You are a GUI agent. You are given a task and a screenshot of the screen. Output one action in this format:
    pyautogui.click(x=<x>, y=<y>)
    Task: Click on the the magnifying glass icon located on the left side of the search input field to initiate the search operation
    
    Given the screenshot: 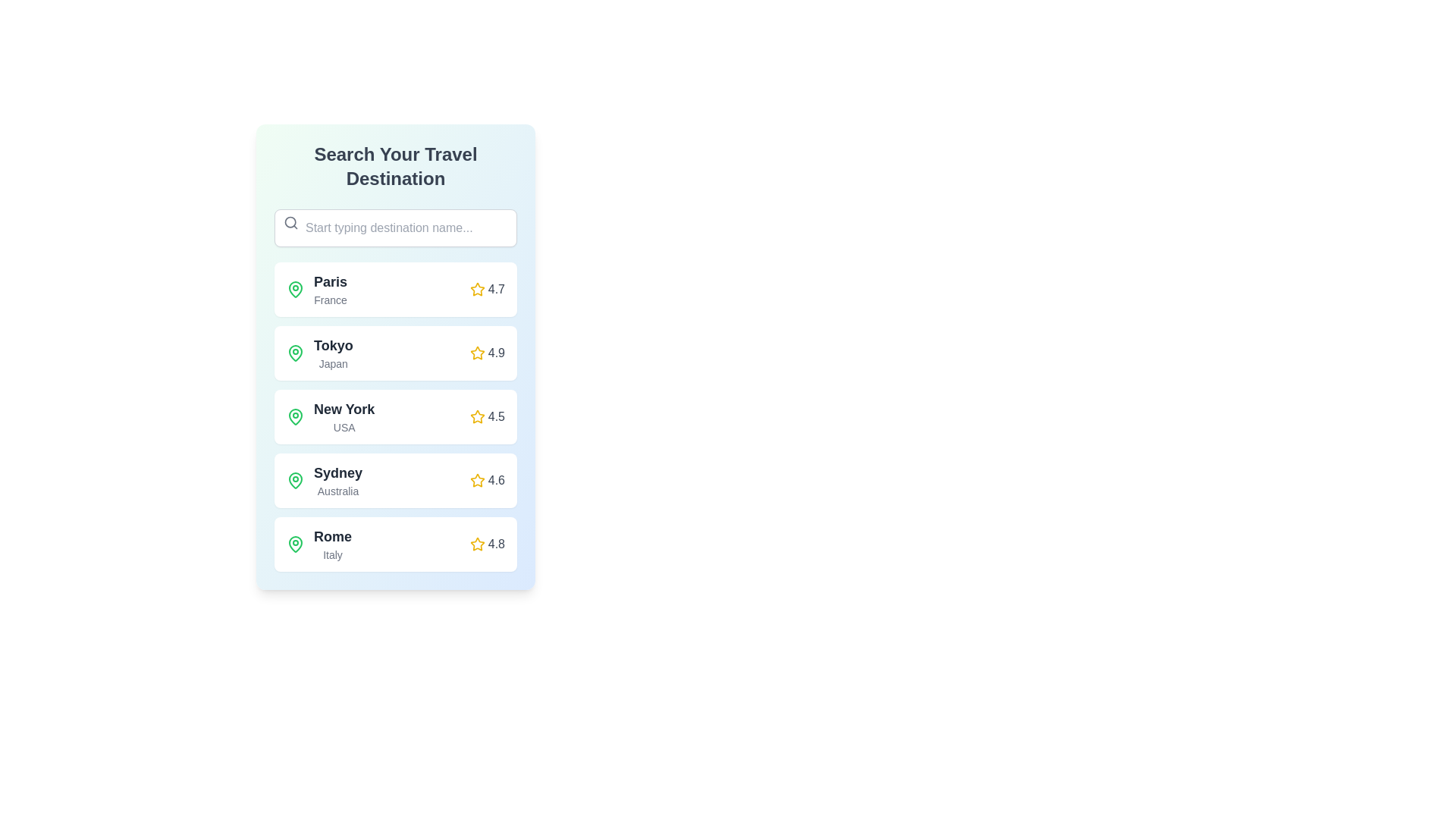 What is the action you would take?
    pyautogui.click(x=291, y=222)
    